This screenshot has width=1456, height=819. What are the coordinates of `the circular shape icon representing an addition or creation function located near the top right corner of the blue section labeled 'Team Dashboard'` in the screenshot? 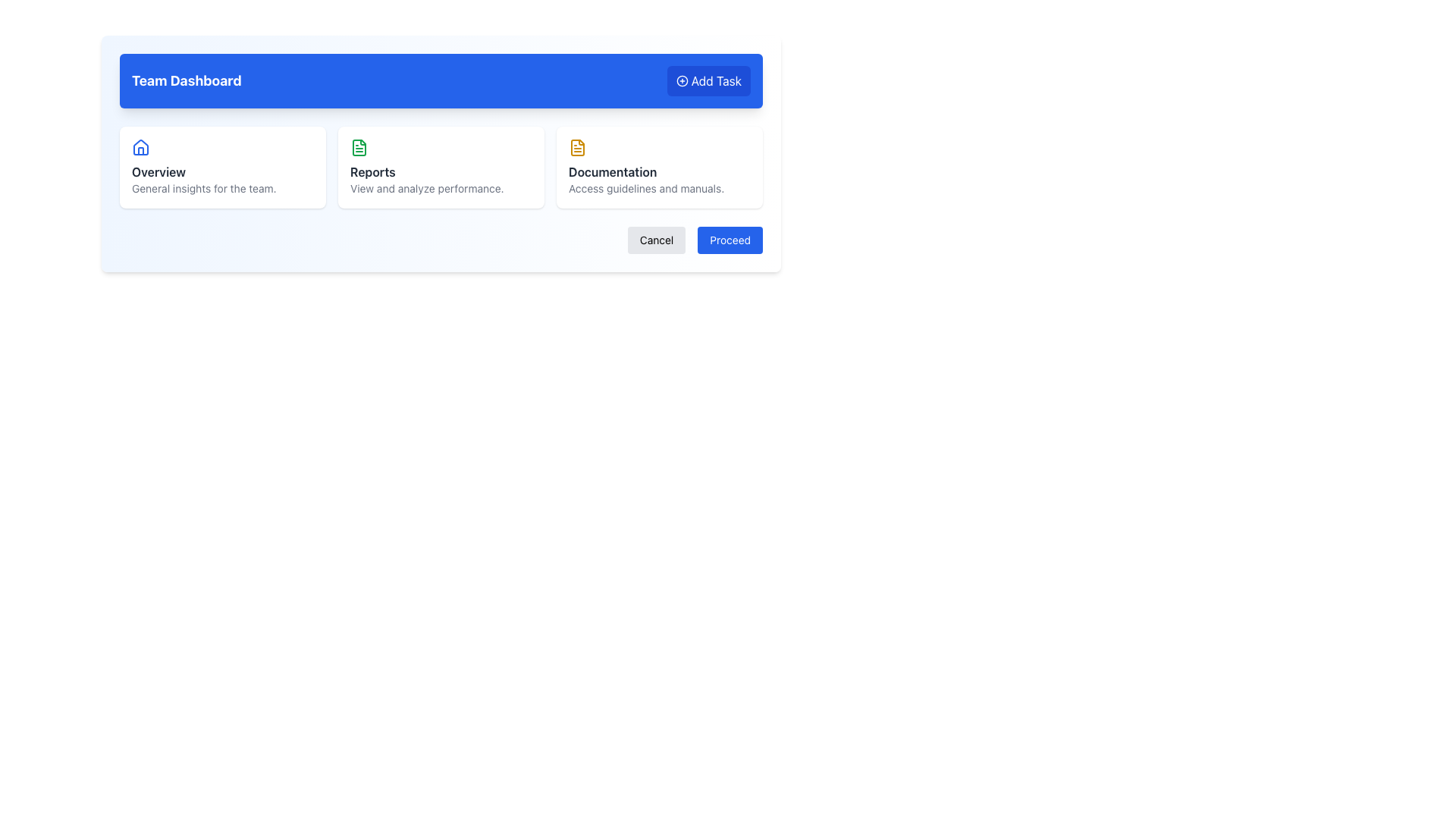 It's located at (681, 81).